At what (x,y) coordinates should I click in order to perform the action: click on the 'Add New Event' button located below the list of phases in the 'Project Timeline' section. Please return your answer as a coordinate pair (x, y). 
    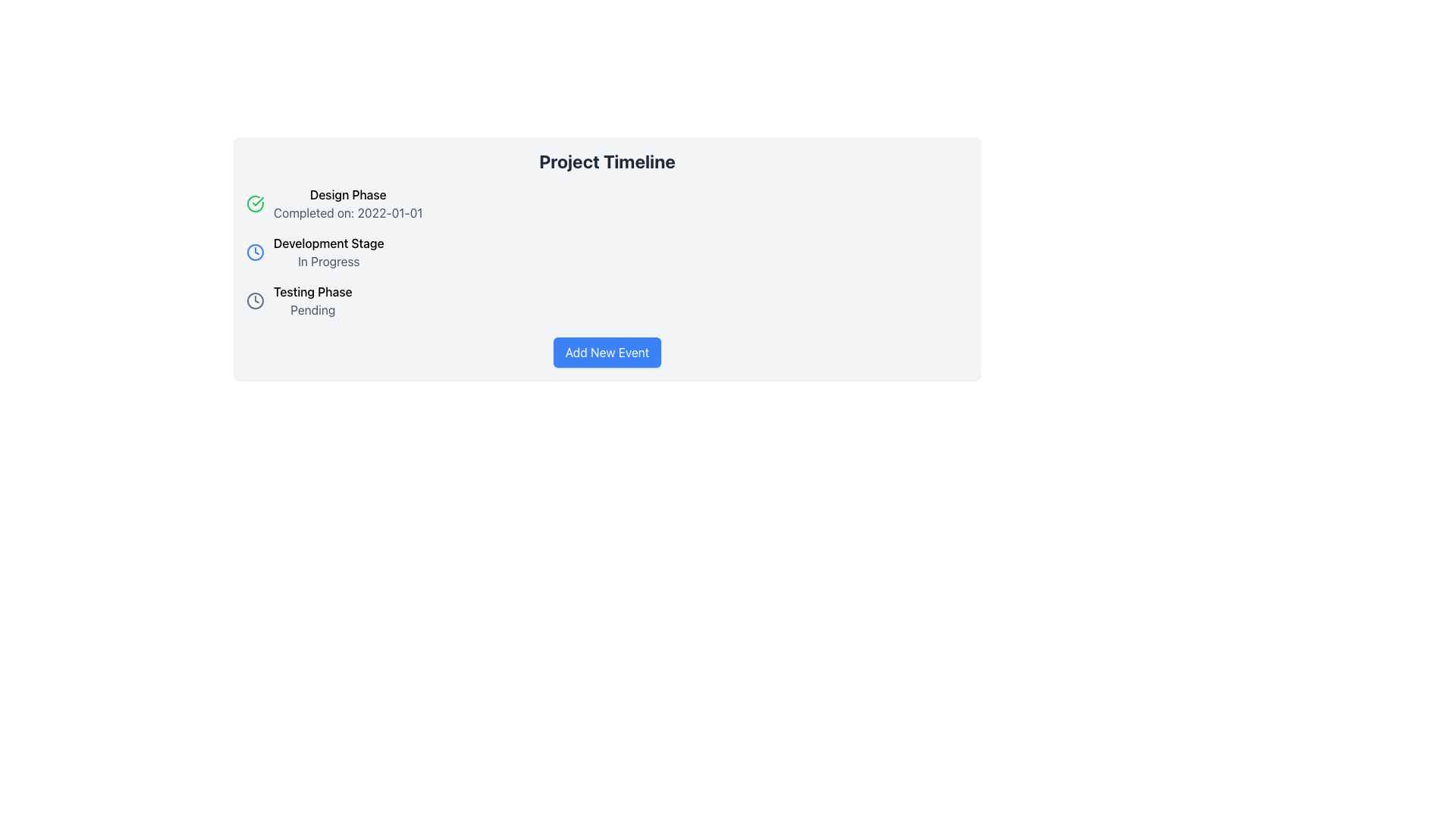
    Looking at the image, I should click on (607, 353).